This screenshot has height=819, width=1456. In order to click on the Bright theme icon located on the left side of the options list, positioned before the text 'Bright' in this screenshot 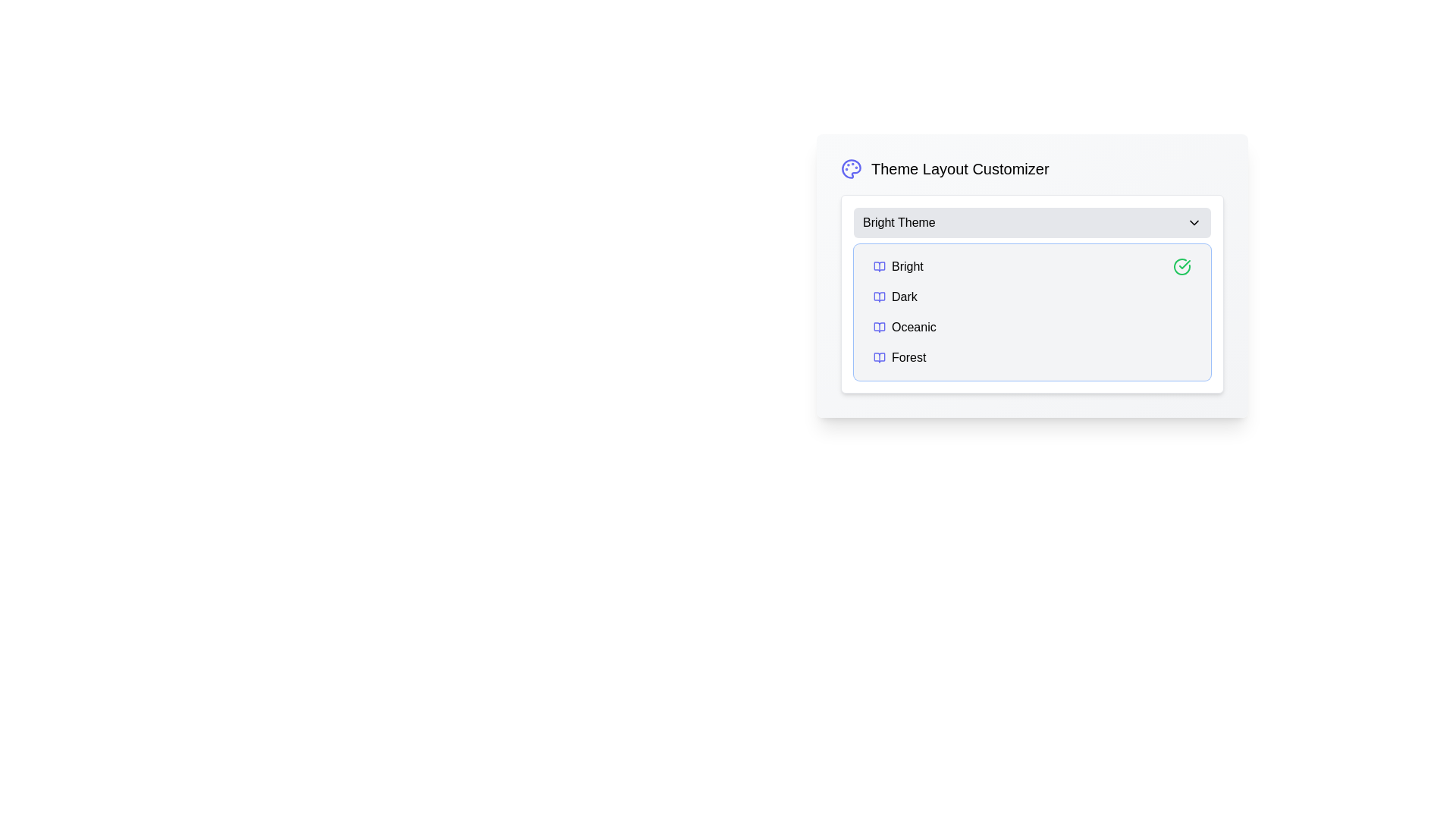, I will do `click(880, 265)`.